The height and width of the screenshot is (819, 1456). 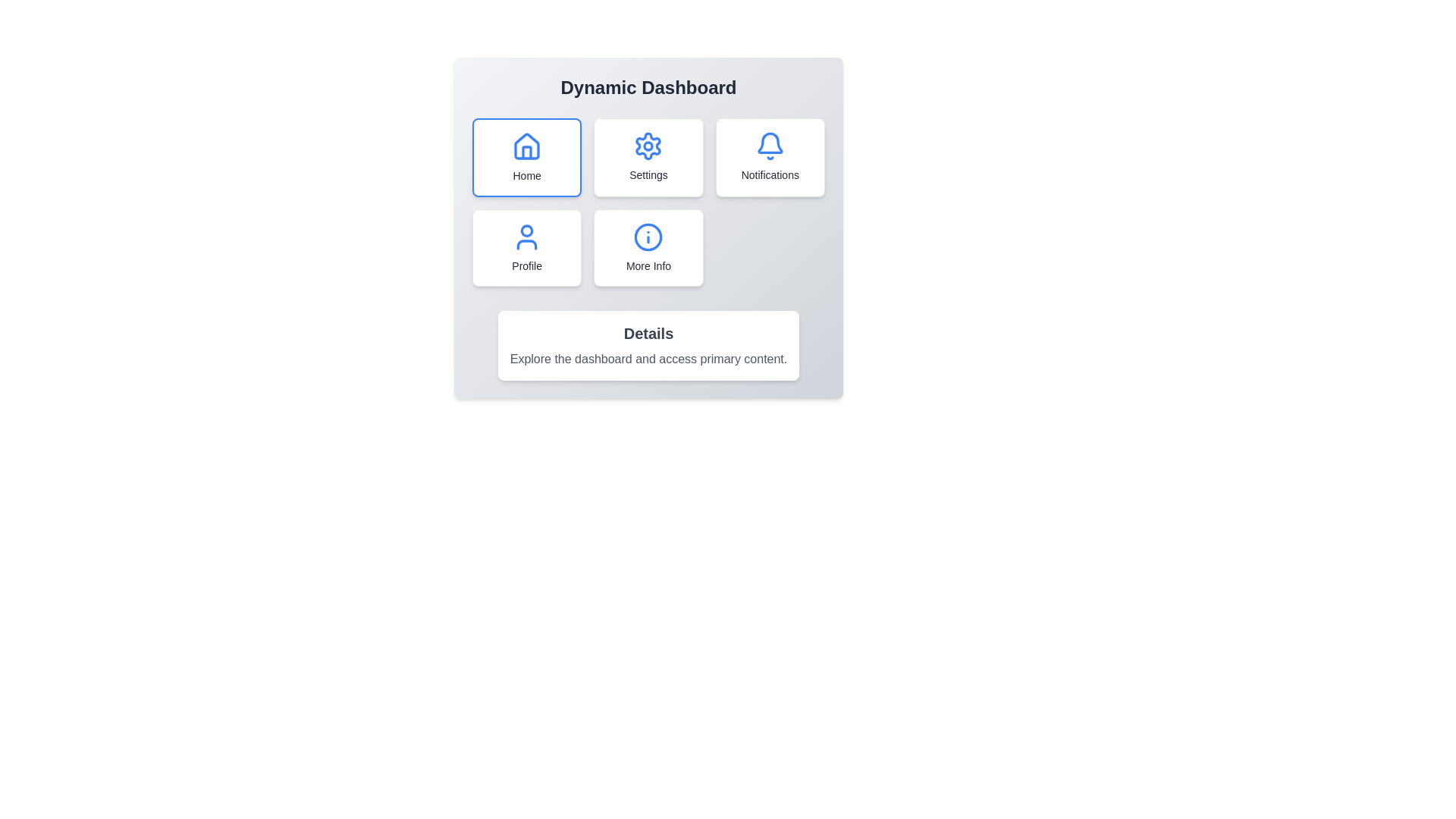 I want to click on text displayed in medium gray font saying 'Explore the dashboard and access primary content.' located directly below the title 'Details' within a white card panel, so click(x=648, y=359).